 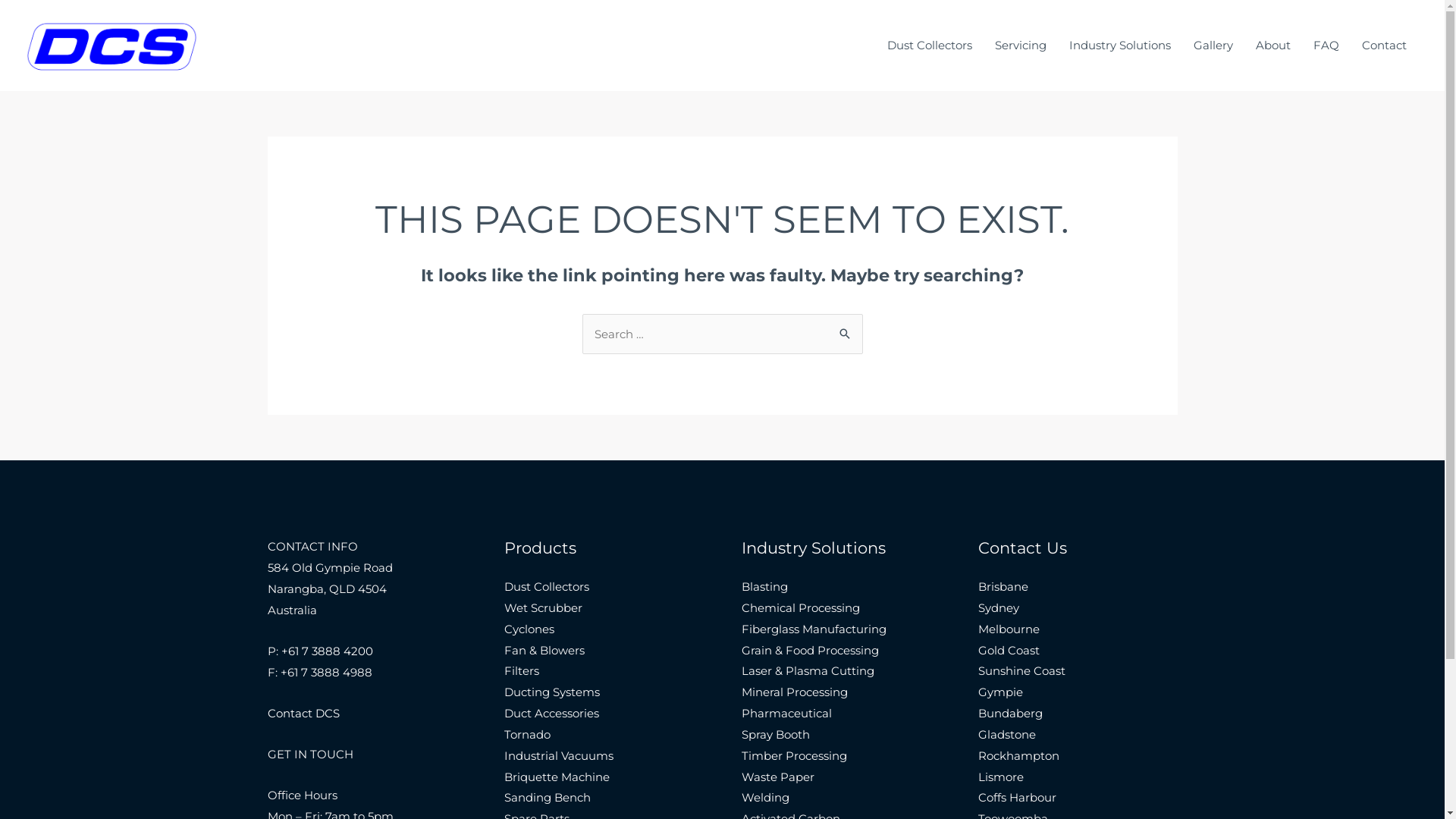 What do you see at coordinates (1020, 45) in the screenshot?
I see `'Servicing'` at bounding box center [1020, 45].